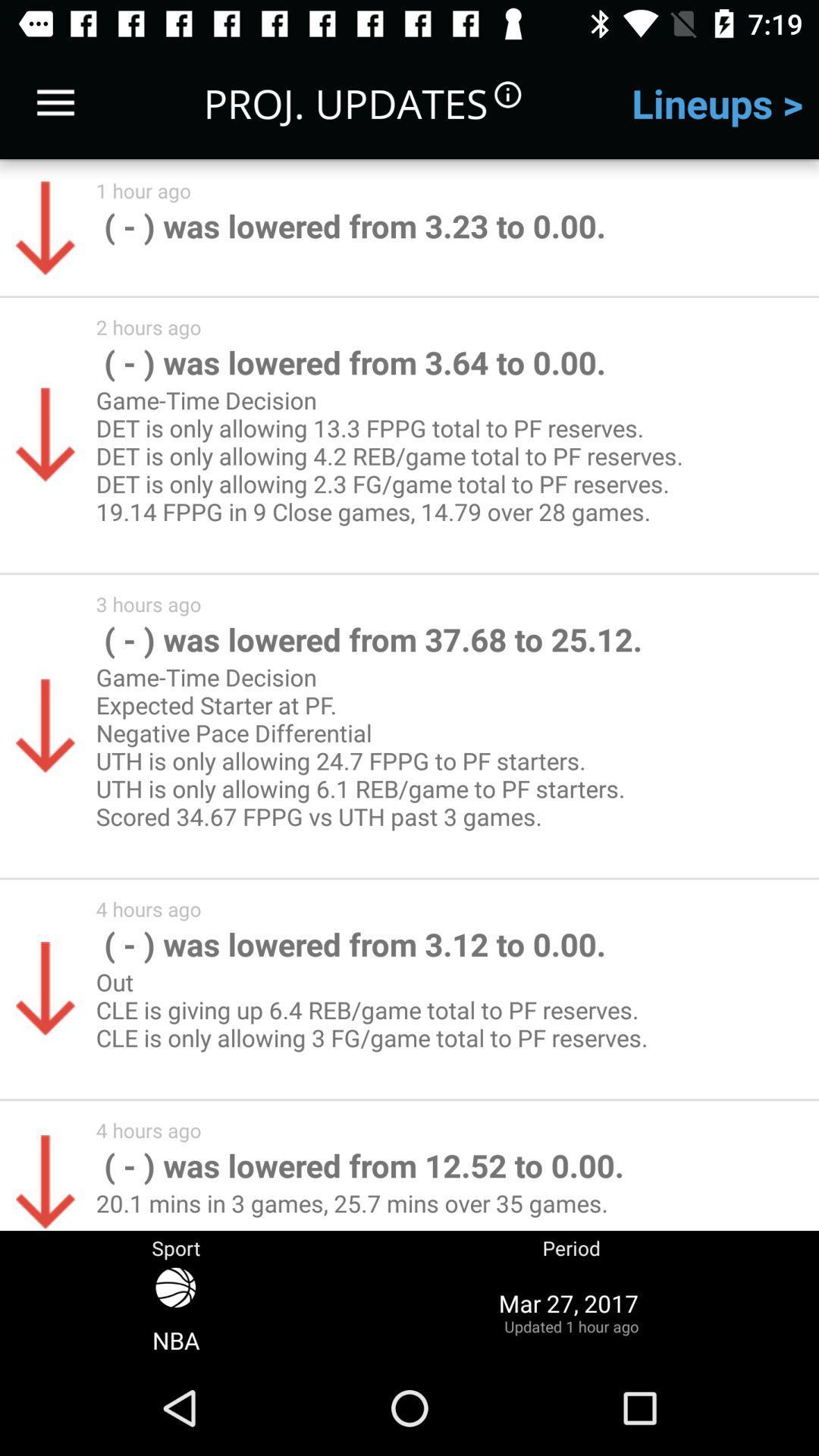 This screenshot has height=1456, width=819. Describe the element at coordinates (378, 1024) in the screenshot. I see `out cle is` at that location.